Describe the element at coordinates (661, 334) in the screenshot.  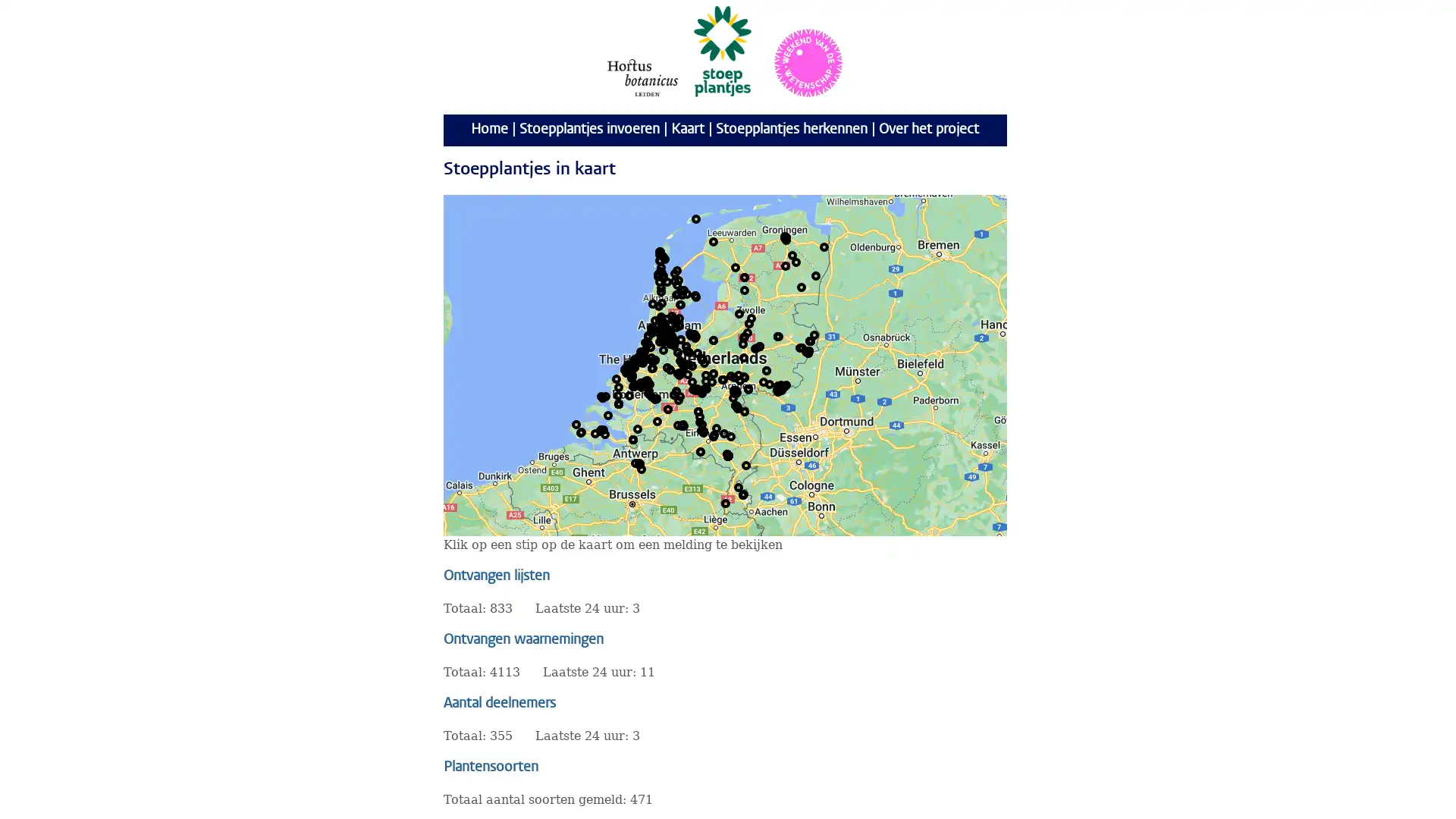
I see `Telling van peterkilian op 30 december 2021` at that location.